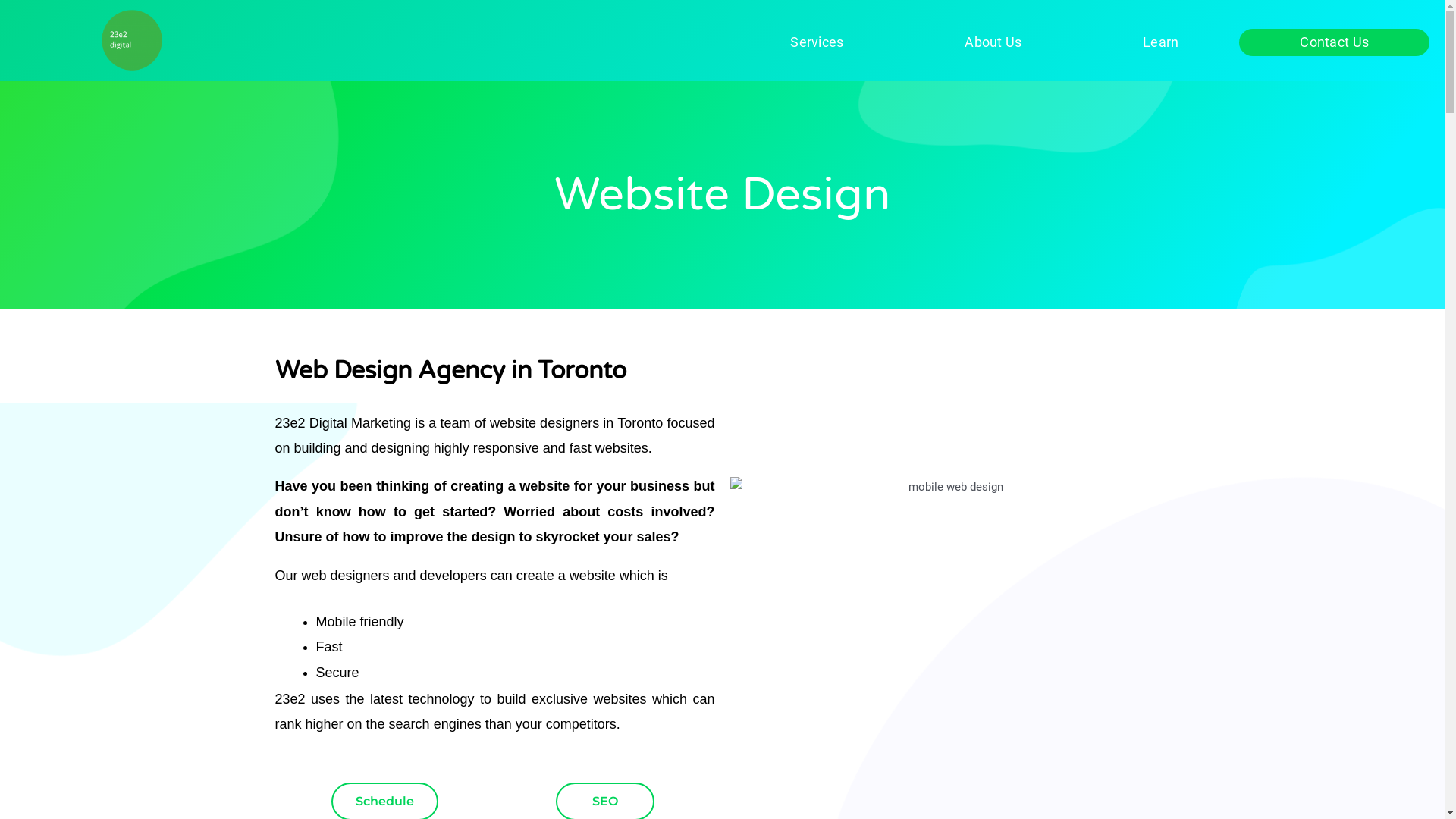 The image size is (1456, 819). Describe the element at coordinates (1159, 42) in the screenshot. I see `'Learn'` at that location.